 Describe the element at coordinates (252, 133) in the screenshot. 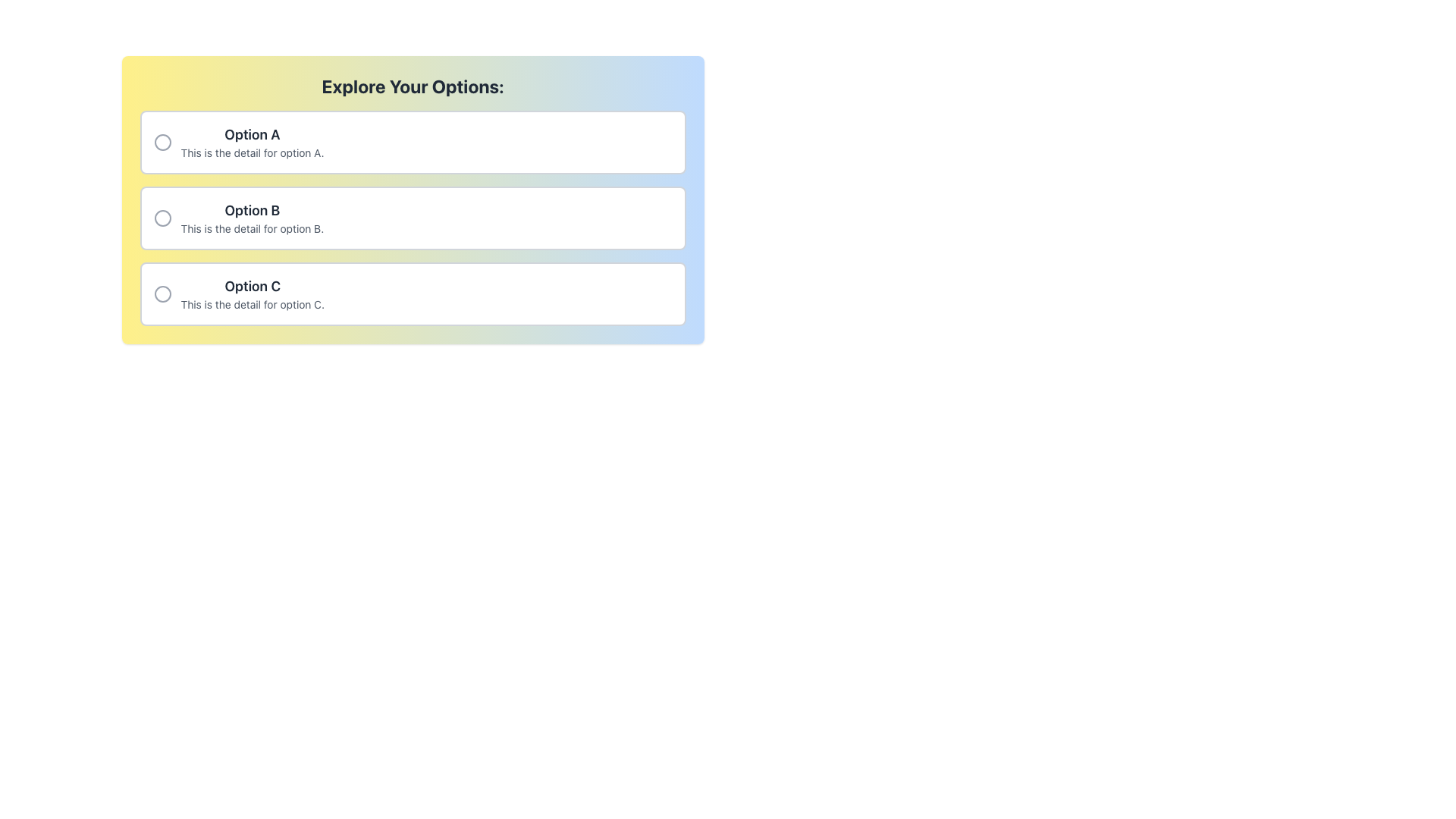

I see `the text label that identifies the first option in the 'Explore Your Options:' menu, which is located above the detail text for option A` at that location.